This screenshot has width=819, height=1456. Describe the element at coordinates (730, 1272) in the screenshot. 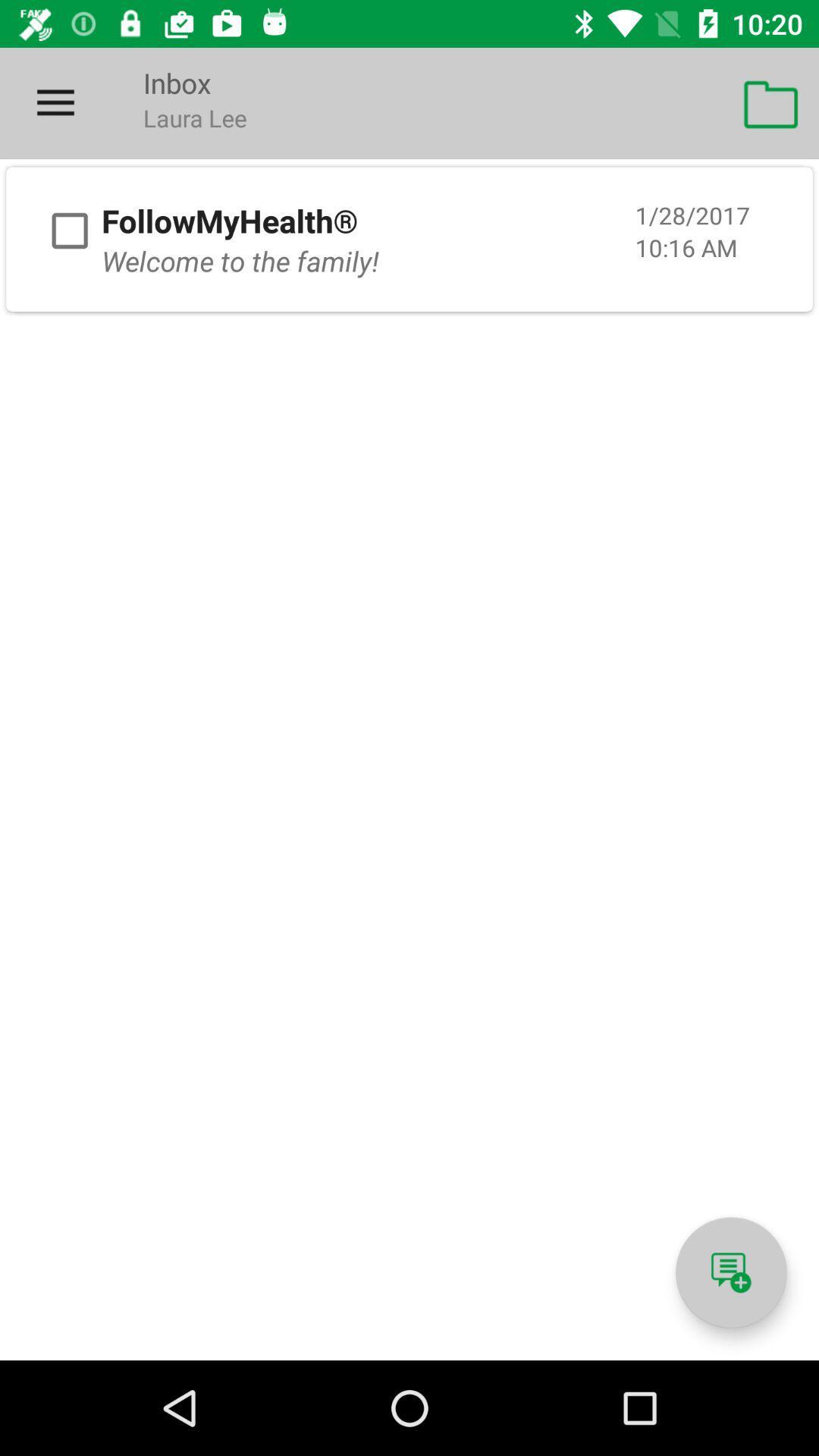

I see `item below the 10:16 am` at that location.